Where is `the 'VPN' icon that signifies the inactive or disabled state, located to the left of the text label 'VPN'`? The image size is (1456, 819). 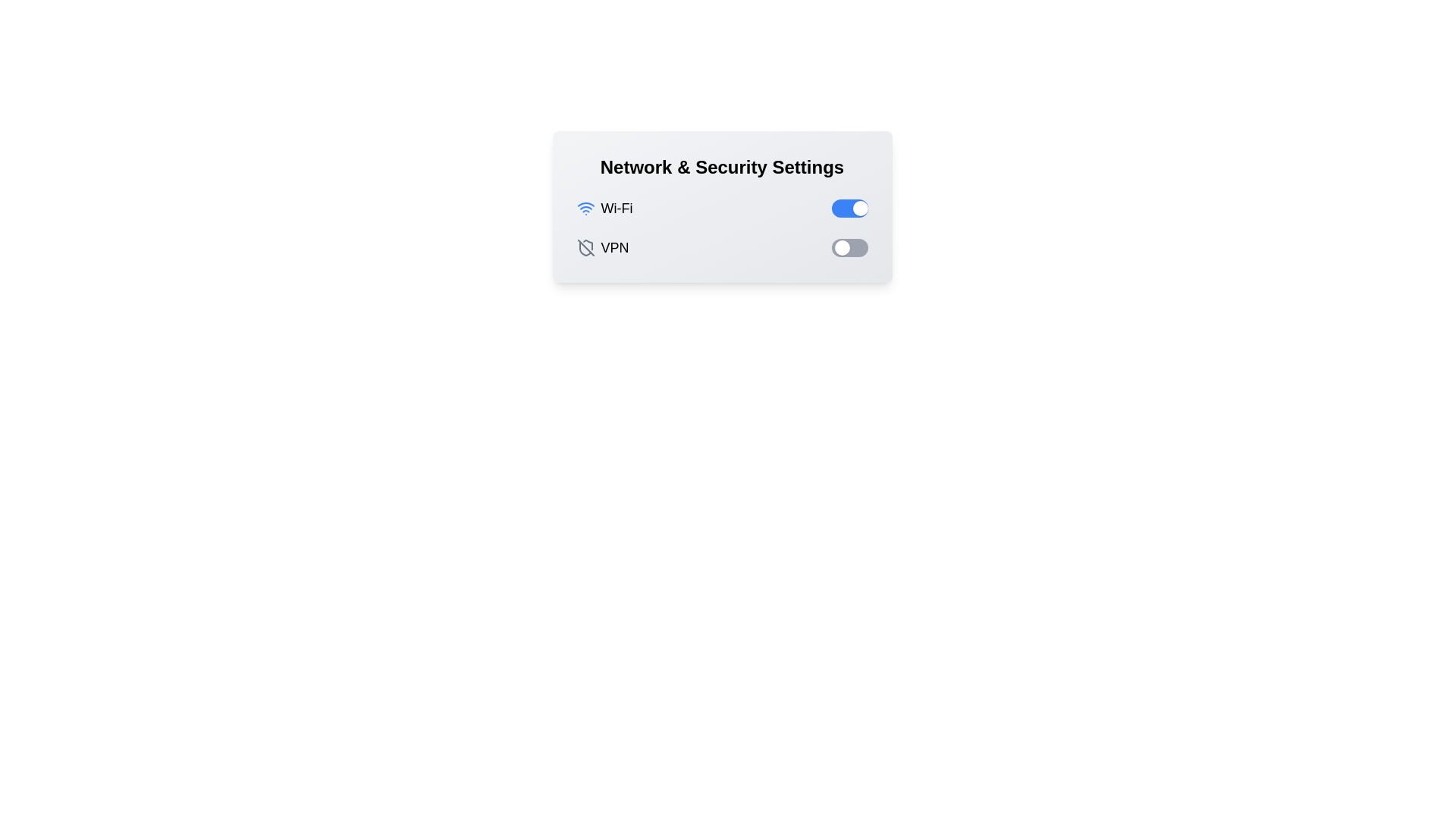
the 'VPN' icon that signifies the inactive or disabled state, located to the left of the text label 'VPN' is located at coordinates (585, 247).